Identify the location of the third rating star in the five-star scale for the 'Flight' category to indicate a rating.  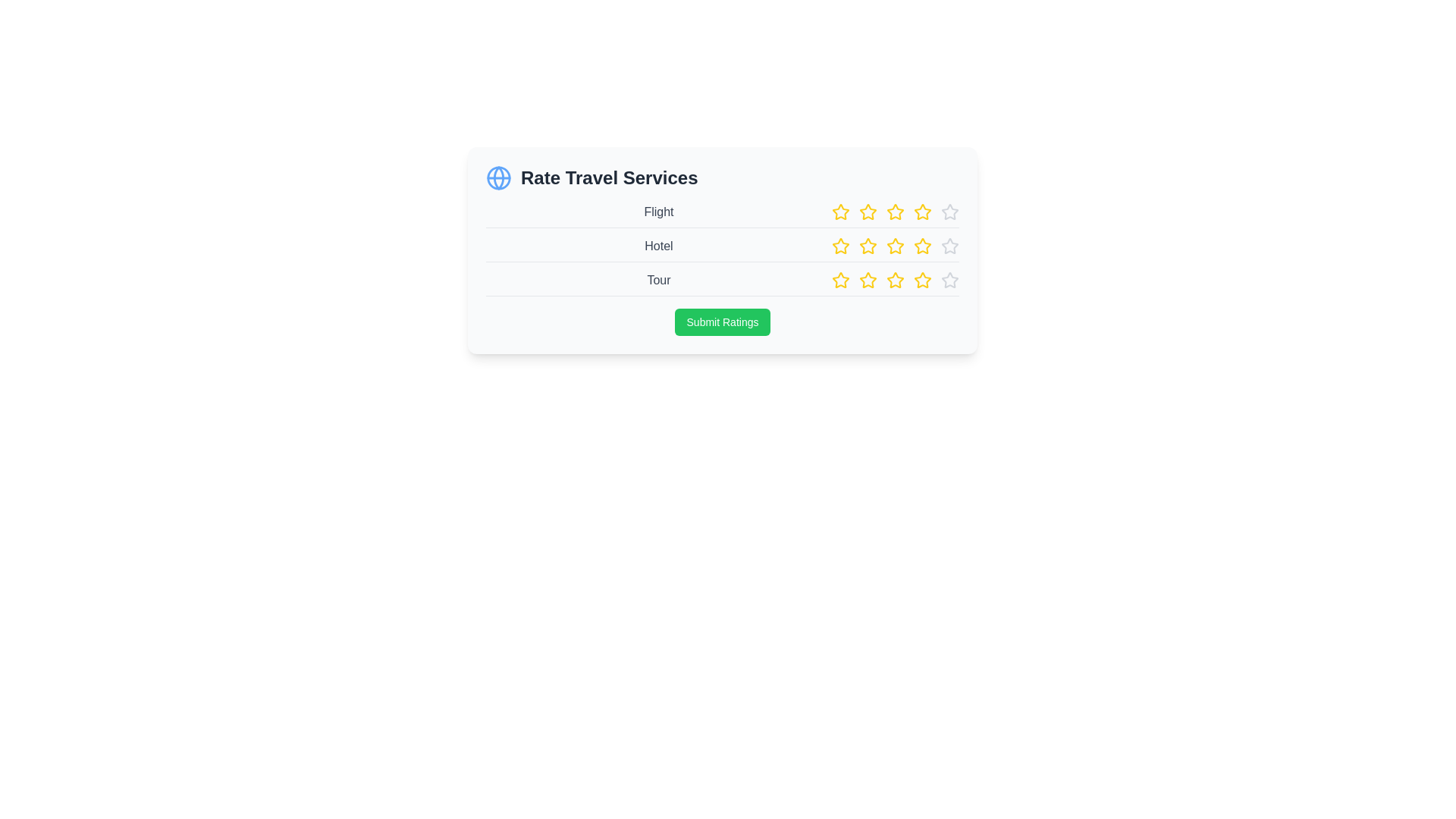
(895, 212).